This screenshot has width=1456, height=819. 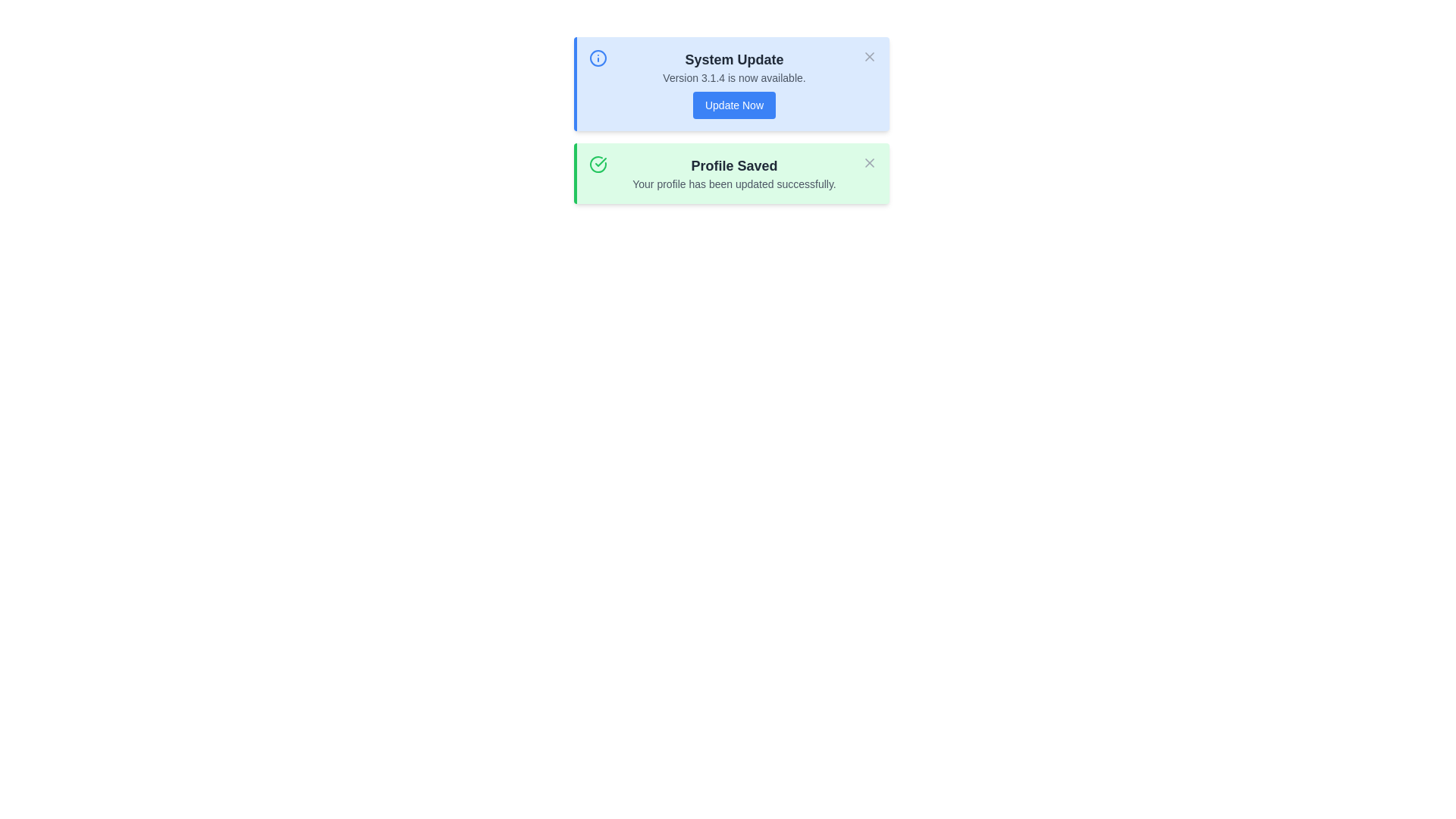 What do you see at coordinates (600, 162) in the screenshot?
I see `the green checkmark symbol in the second notification box indicating 'Profile Saved'` at bounding box center [600, 162].